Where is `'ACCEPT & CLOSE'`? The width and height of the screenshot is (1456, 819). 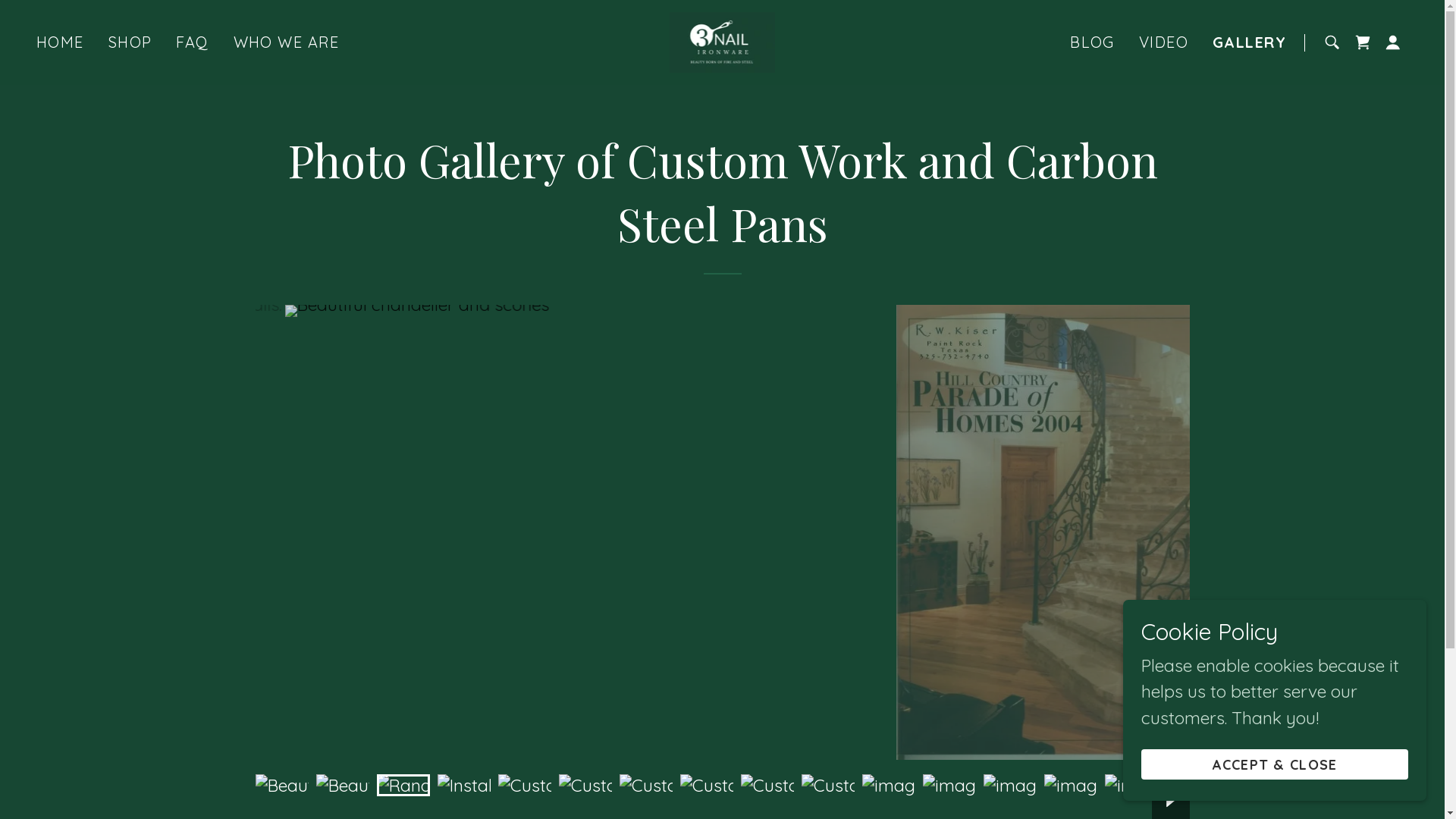 'ACCEPT & CLOSE' is located at coordinates (1274, 764).